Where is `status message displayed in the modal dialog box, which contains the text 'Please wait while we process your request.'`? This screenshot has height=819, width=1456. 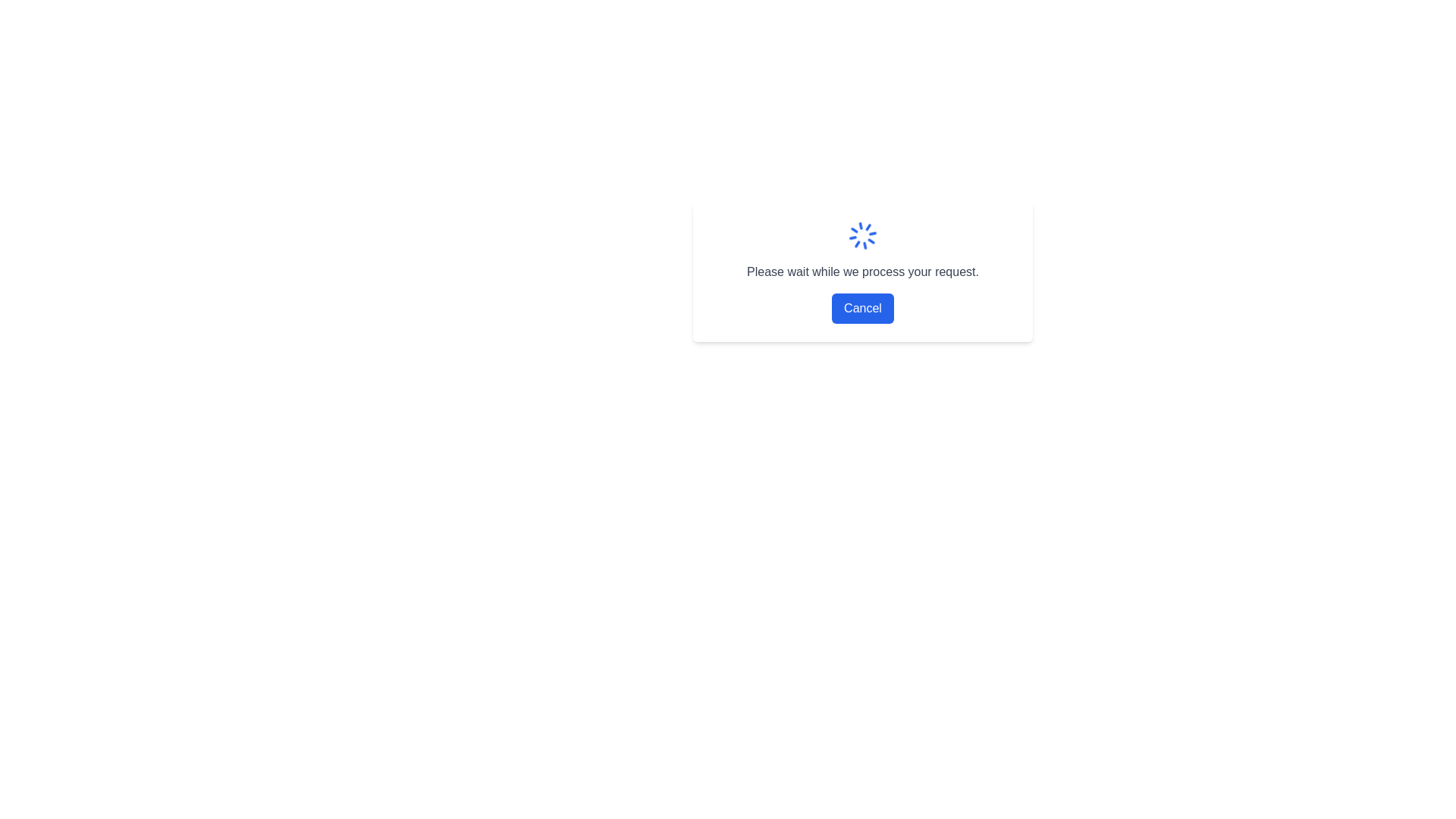
status message displayed in the modal dialog box, which contains the text 'Please wait while we process your request.' is located at coordinates (862, 271).